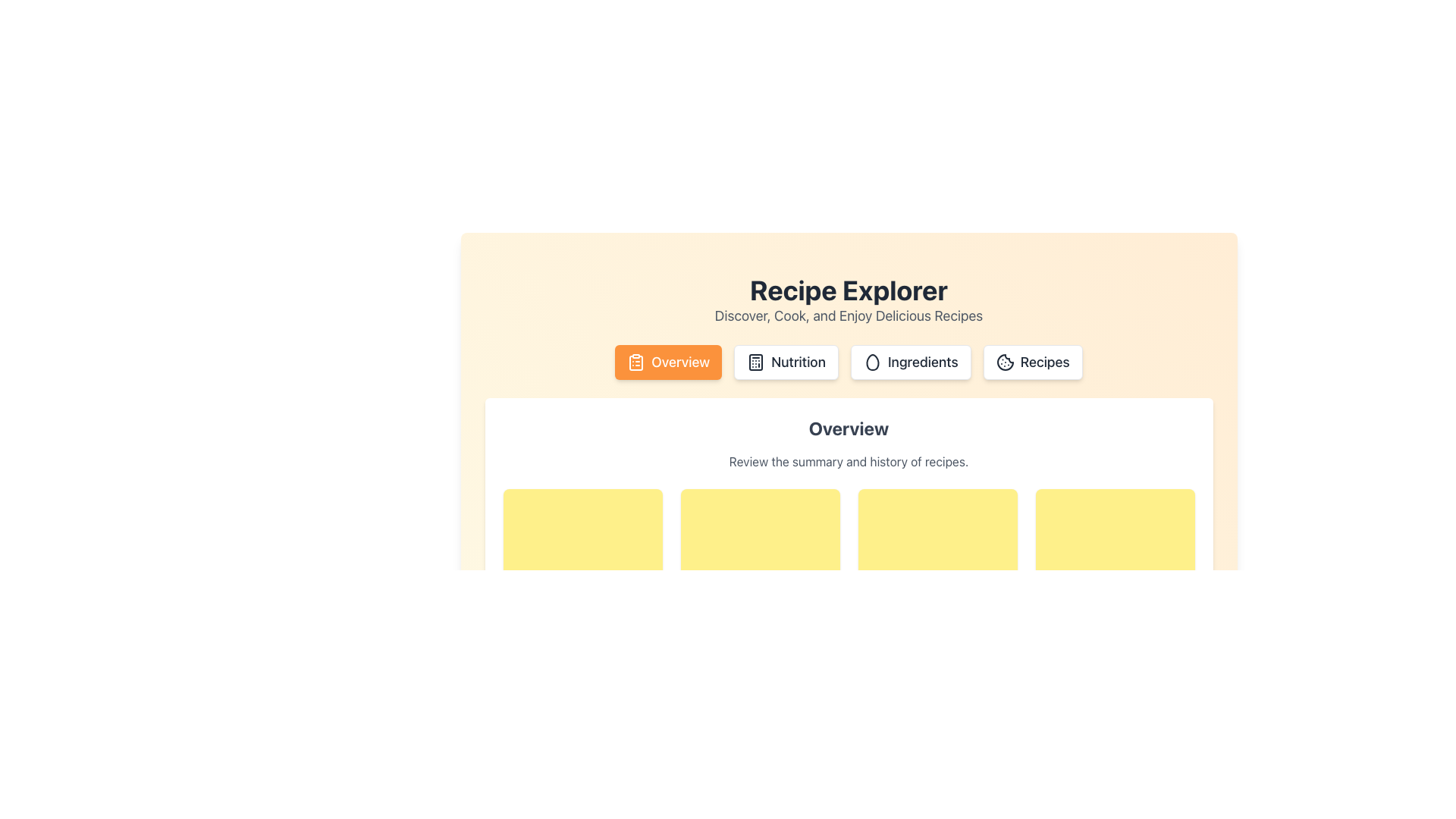  Describe the element at coordinates (848, 428) in the screenshot. I see `the bold, centered title text element labeled 'Overview' located at the upper center of a card-like white panel` at that location.